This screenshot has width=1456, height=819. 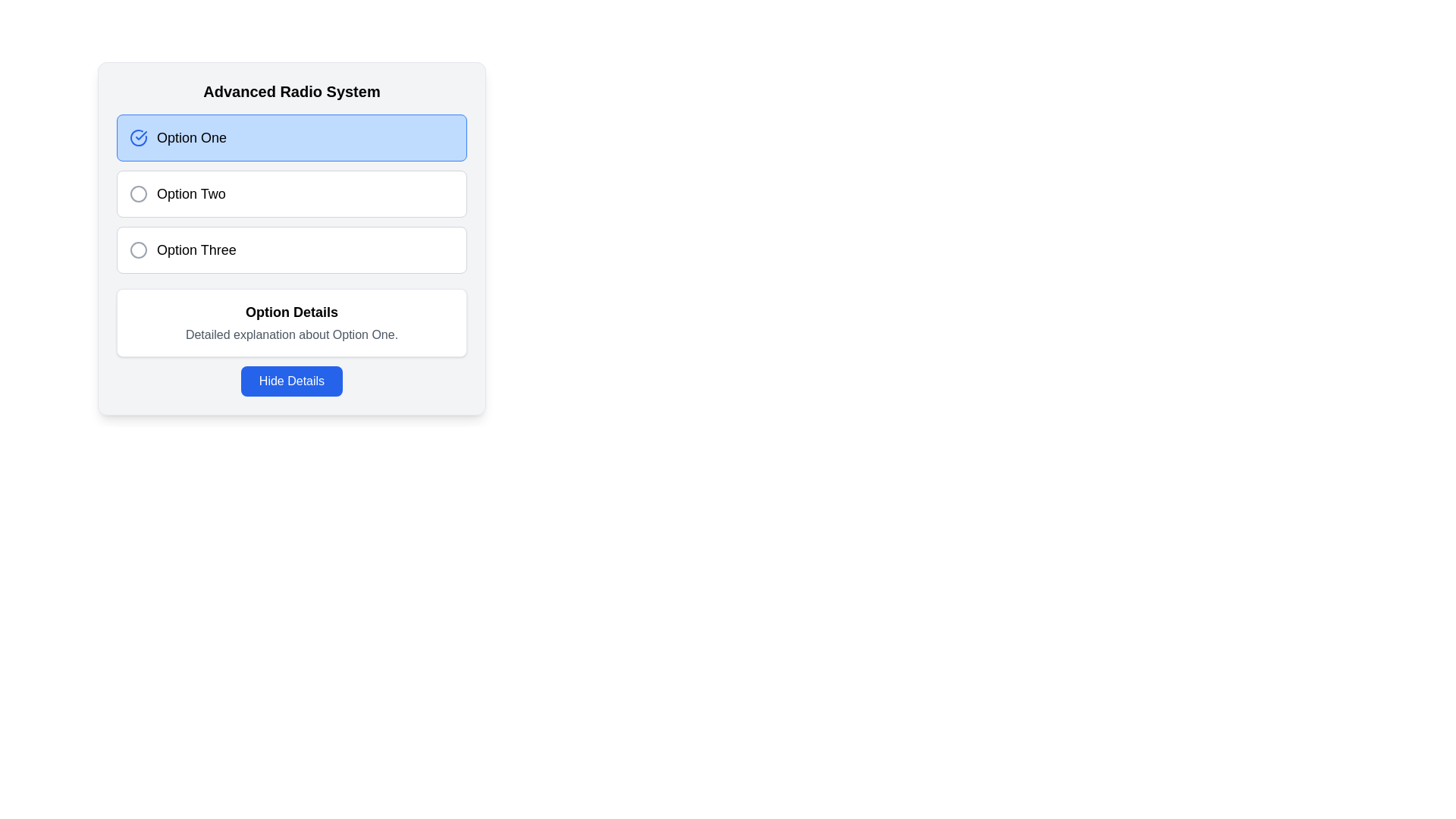 What do you see at coordinates (138, 193) in the screenshot?
I see `the unselected SVG graphical icon of the radio button component for 'Option Two' located in the second row` at bounding box center [138, 193].